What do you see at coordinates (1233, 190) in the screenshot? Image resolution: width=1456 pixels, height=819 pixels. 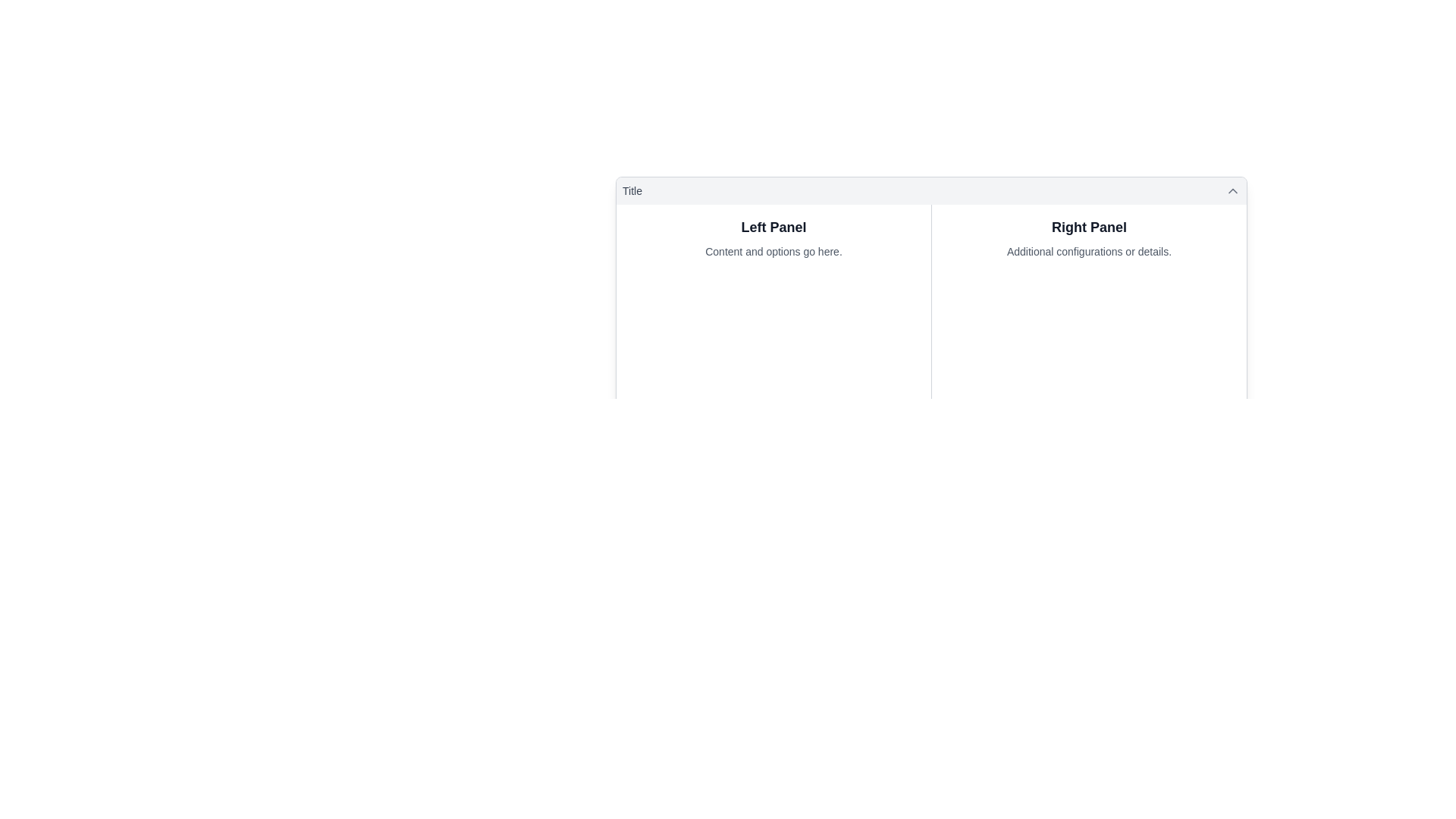 I see `the small chevron-shaped icon styled in gray located on the far right of the header section labeled 'Title'` at bounding box center [1233, 190].